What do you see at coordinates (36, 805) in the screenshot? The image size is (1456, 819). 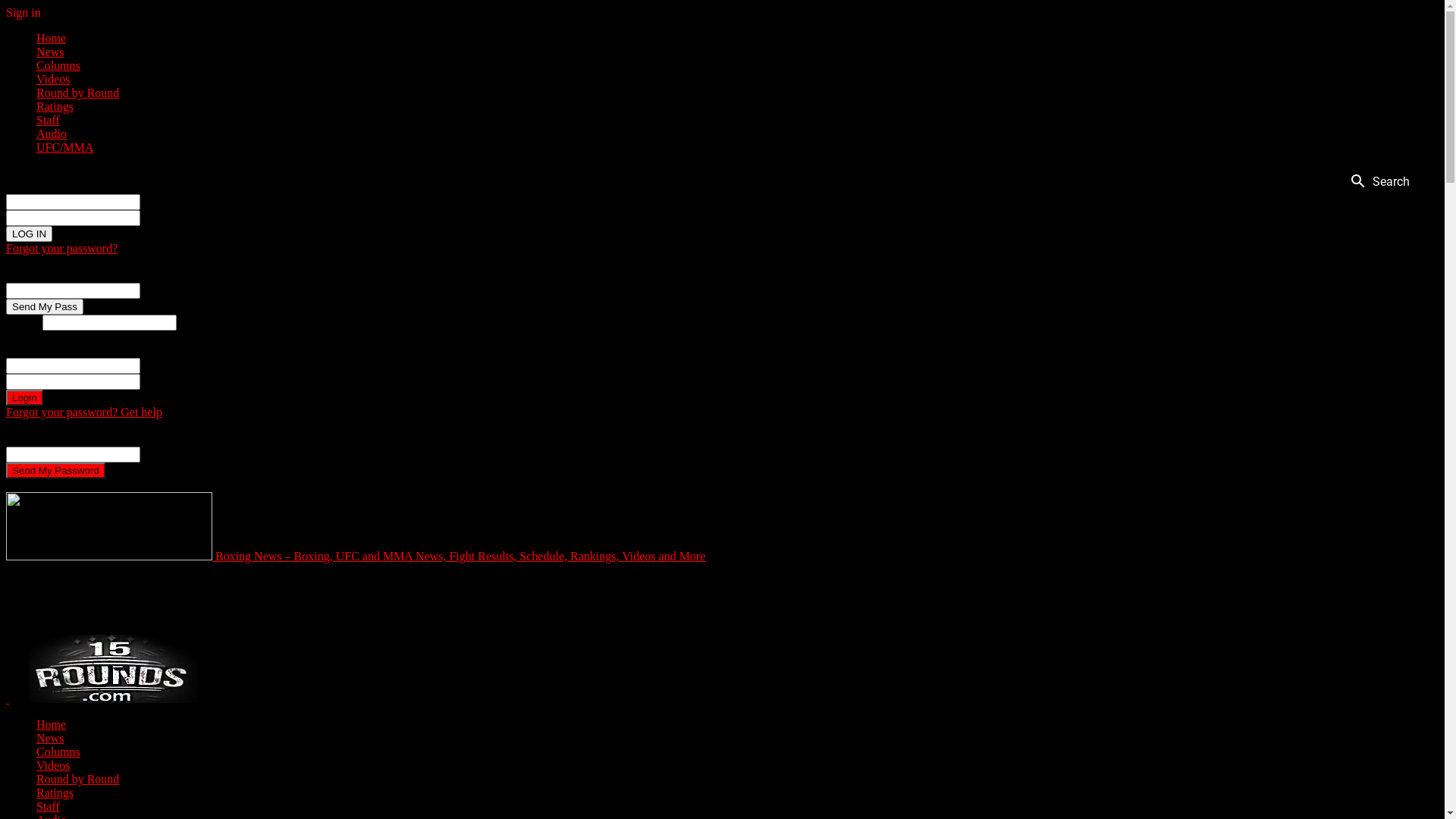 I see `'Staff'` at bounding box center [36, 805].